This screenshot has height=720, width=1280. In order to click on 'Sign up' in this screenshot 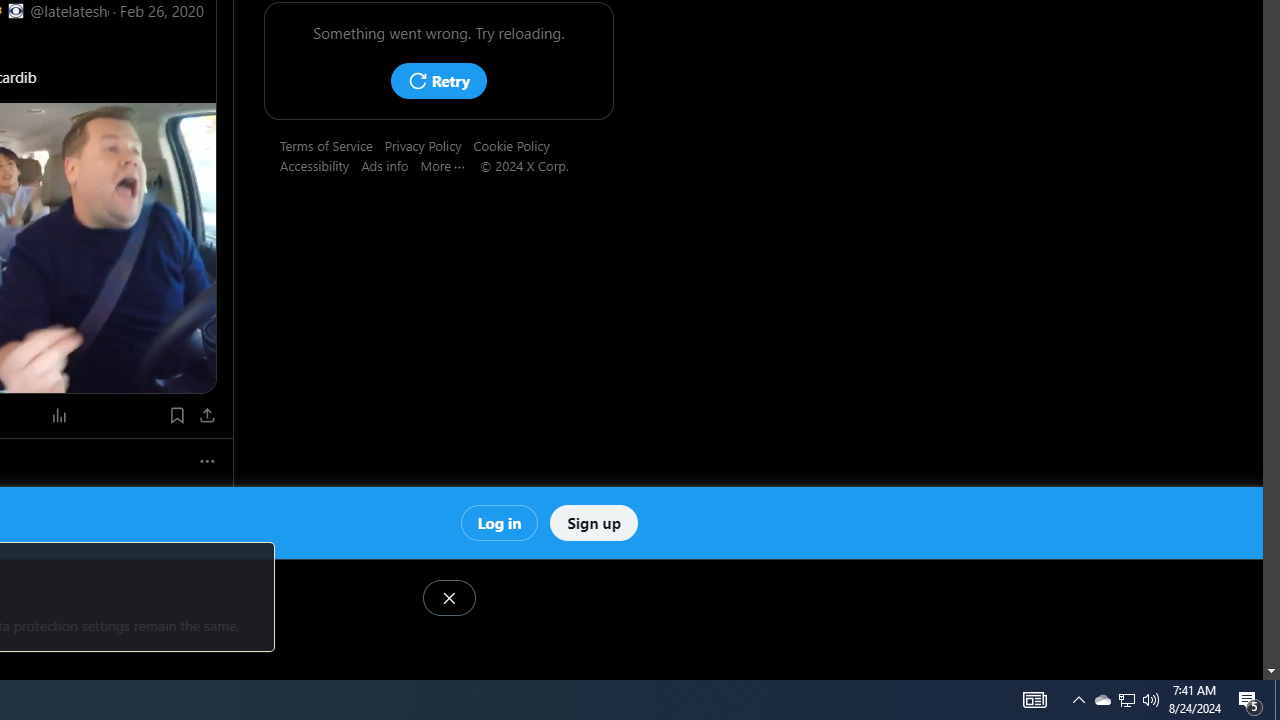, I will do `click(592, 521)`.